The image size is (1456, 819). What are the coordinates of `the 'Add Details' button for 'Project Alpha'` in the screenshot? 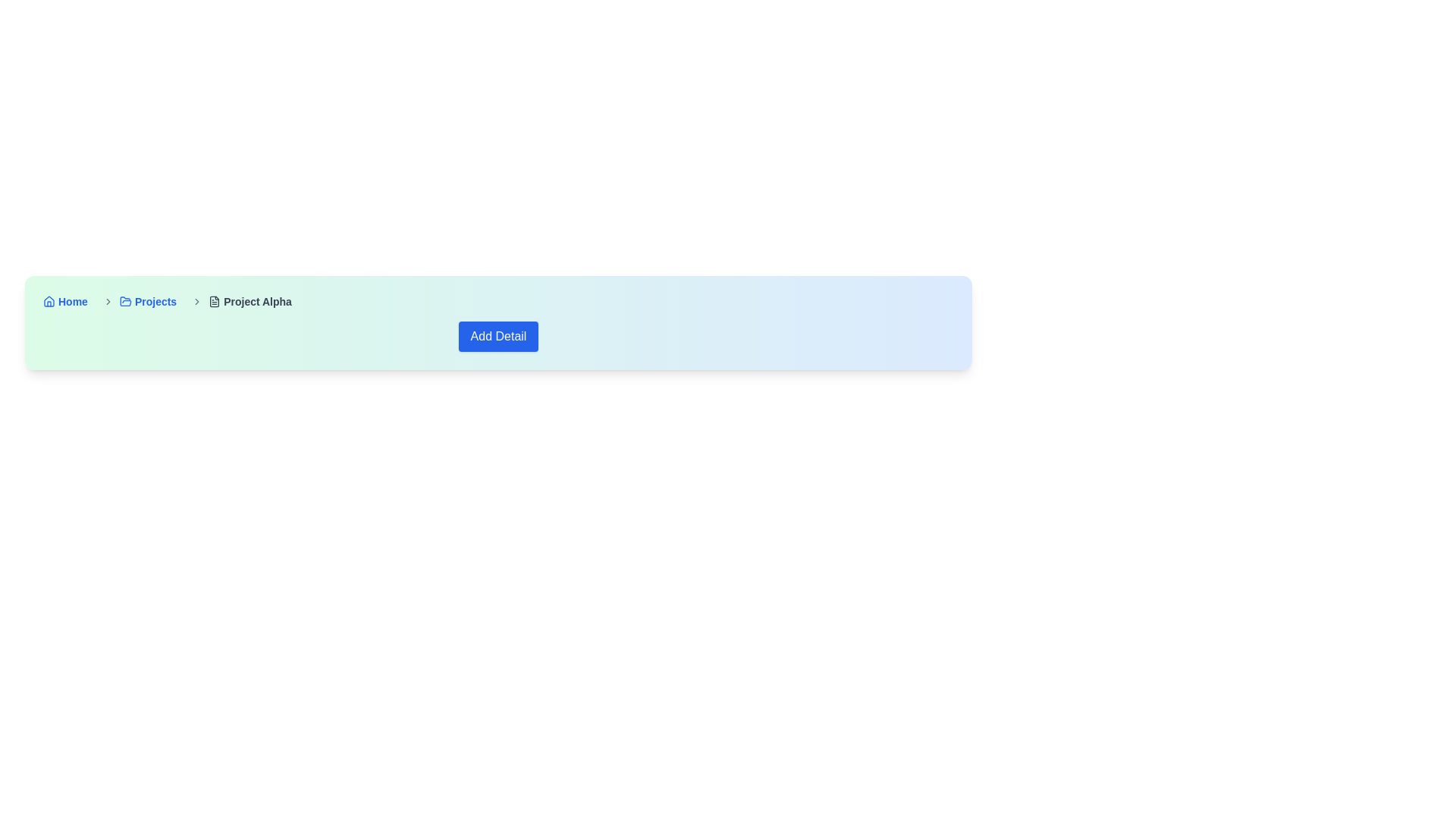 It's located at (498, 335).